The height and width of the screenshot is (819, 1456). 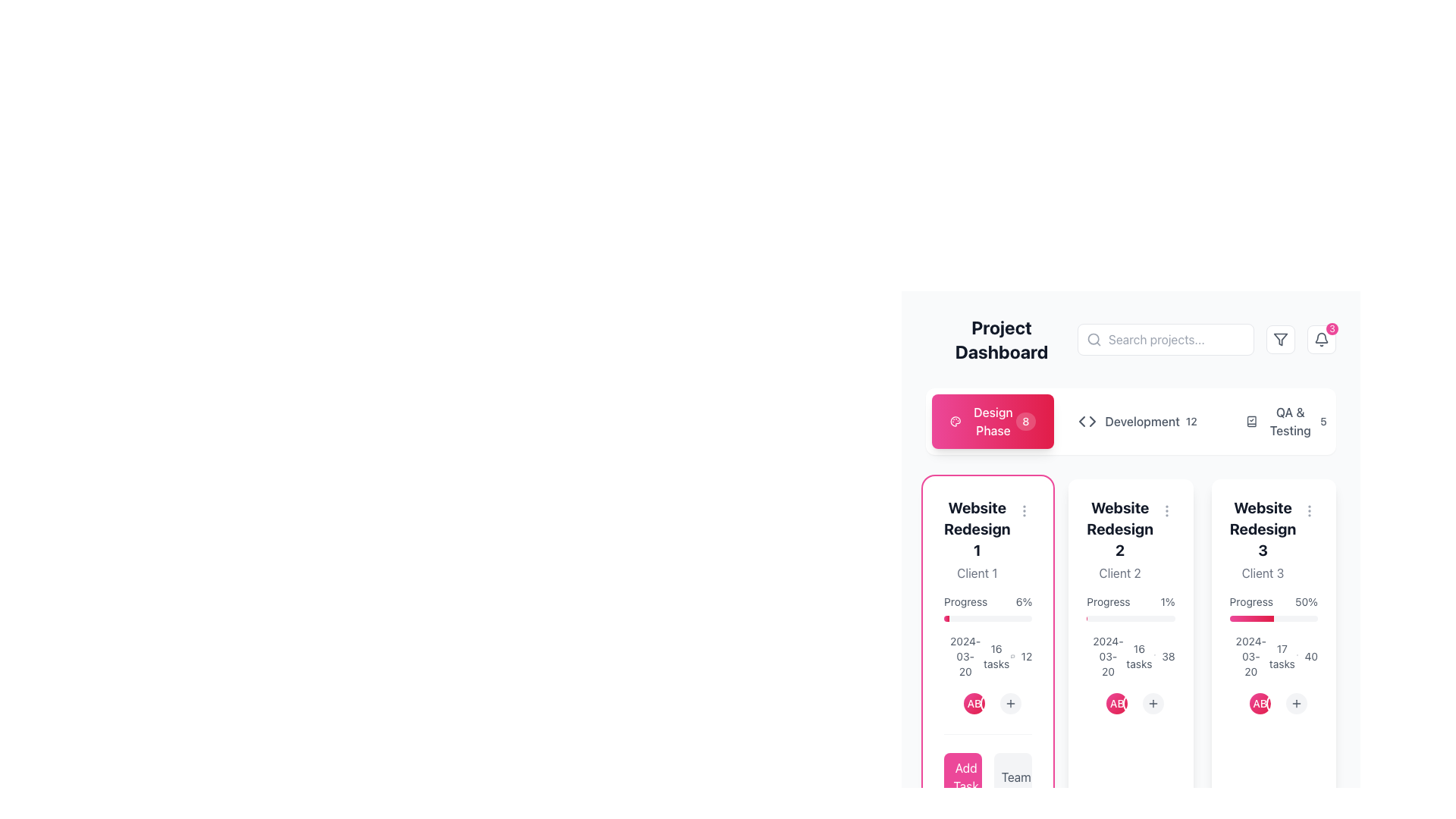 What do you see at coordinates (1280, 338) in the screenshot?
I see `the funnel-shaped icon located within the rectangular button at the top-right corner of the user interface` at bounding box center [1280, 338].